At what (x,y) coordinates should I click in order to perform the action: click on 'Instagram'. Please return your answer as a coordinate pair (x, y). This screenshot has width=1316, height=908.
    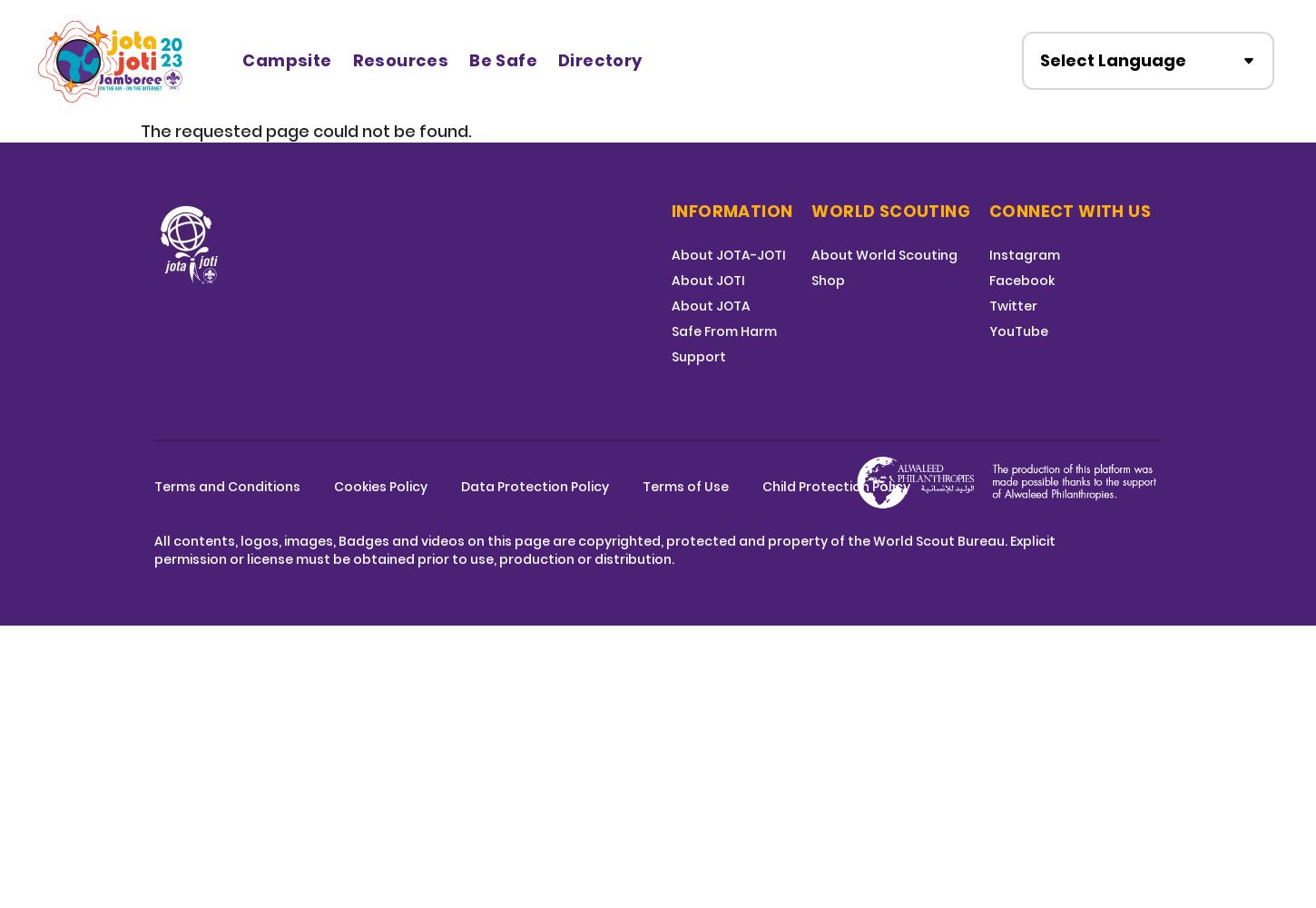
    Looking at the image, I should click on (987, 255).